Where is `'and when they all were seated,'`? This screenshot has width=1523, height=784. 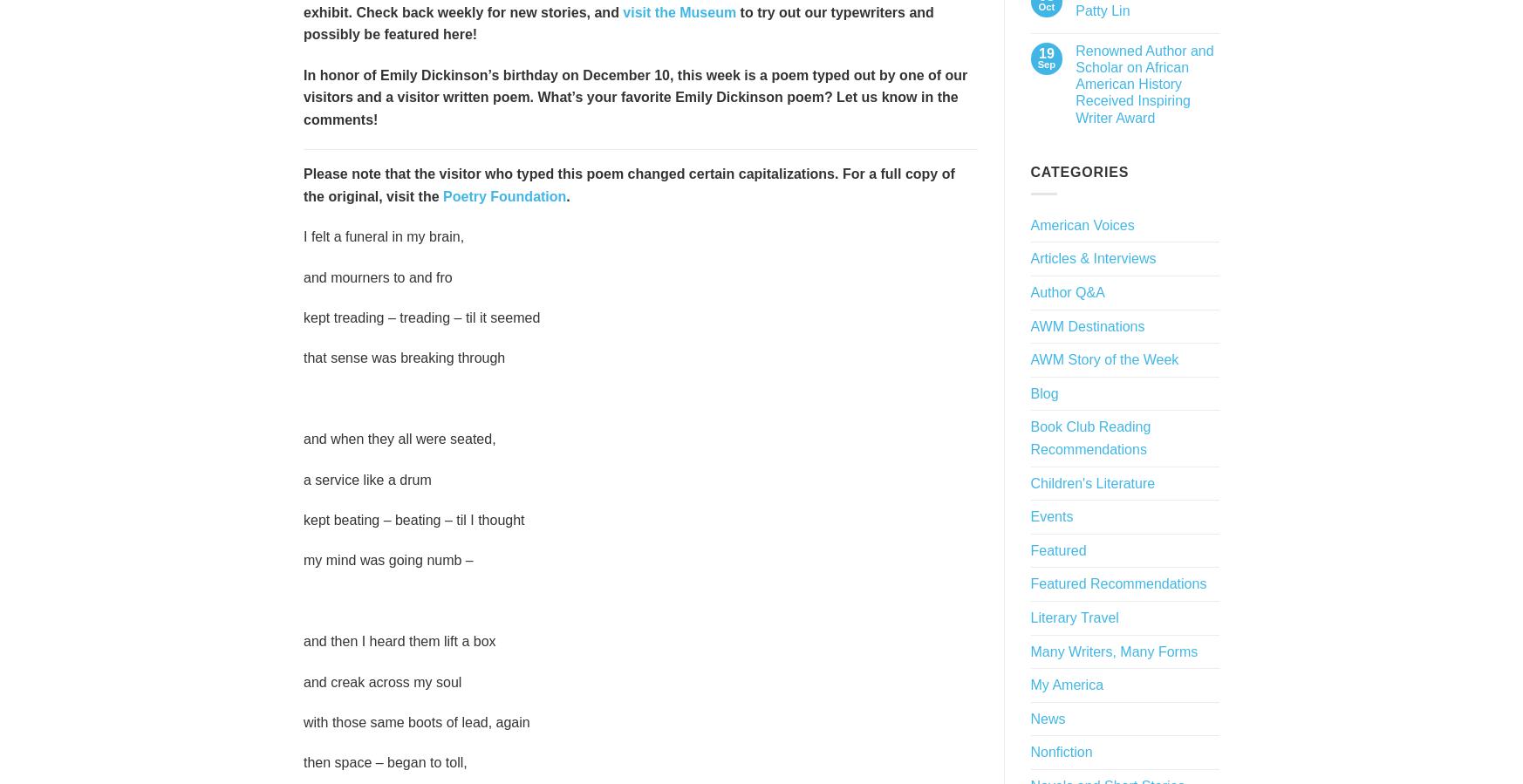 'and when they all were seated,' is located at coordinates (399, 439).